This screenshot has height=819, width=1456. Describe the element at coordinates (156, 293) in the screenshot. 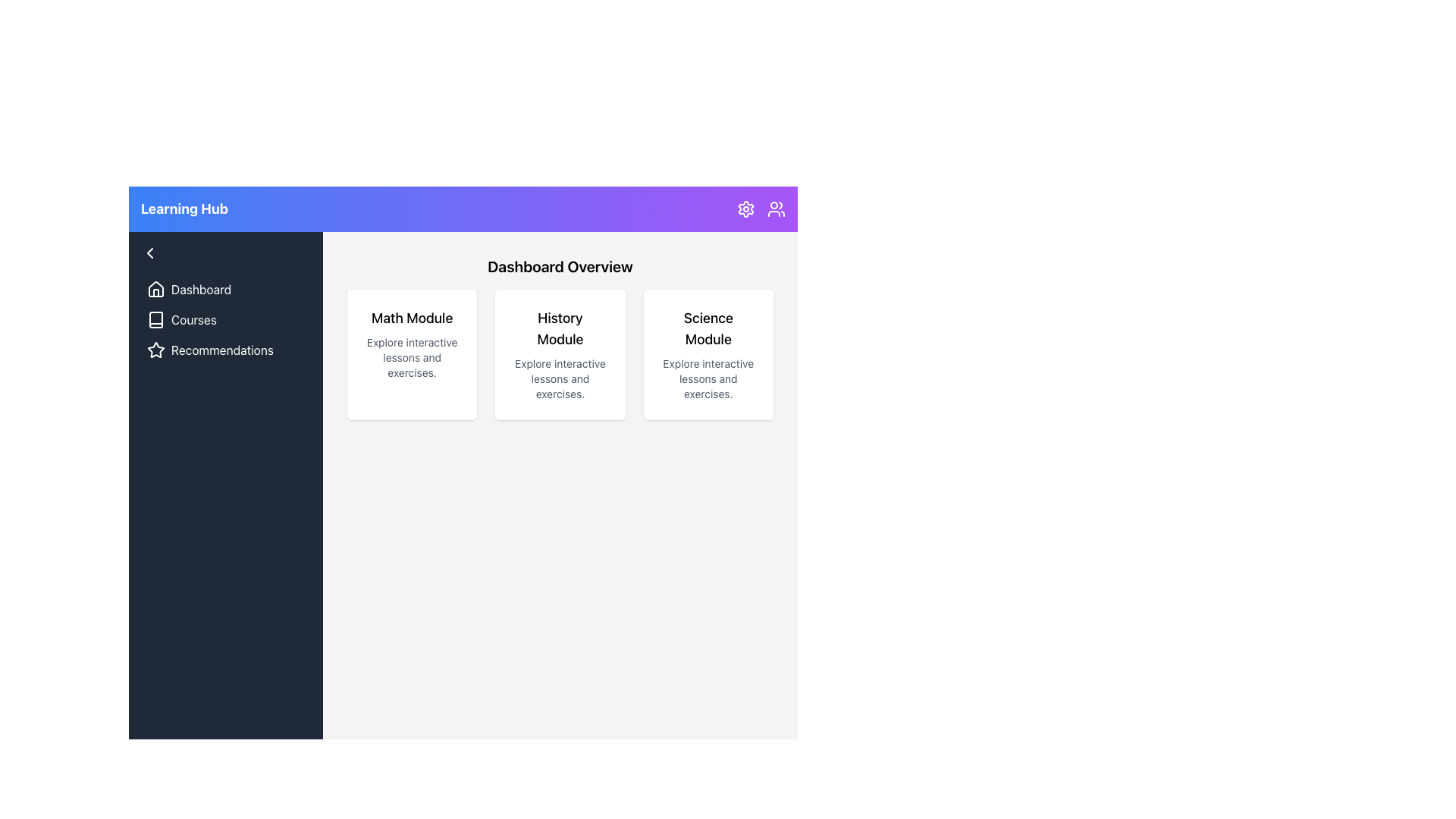

I see `the decorative vector graphic part of the house-shaped icon located in the top-left corner of the vertical navigation bar` at that location.